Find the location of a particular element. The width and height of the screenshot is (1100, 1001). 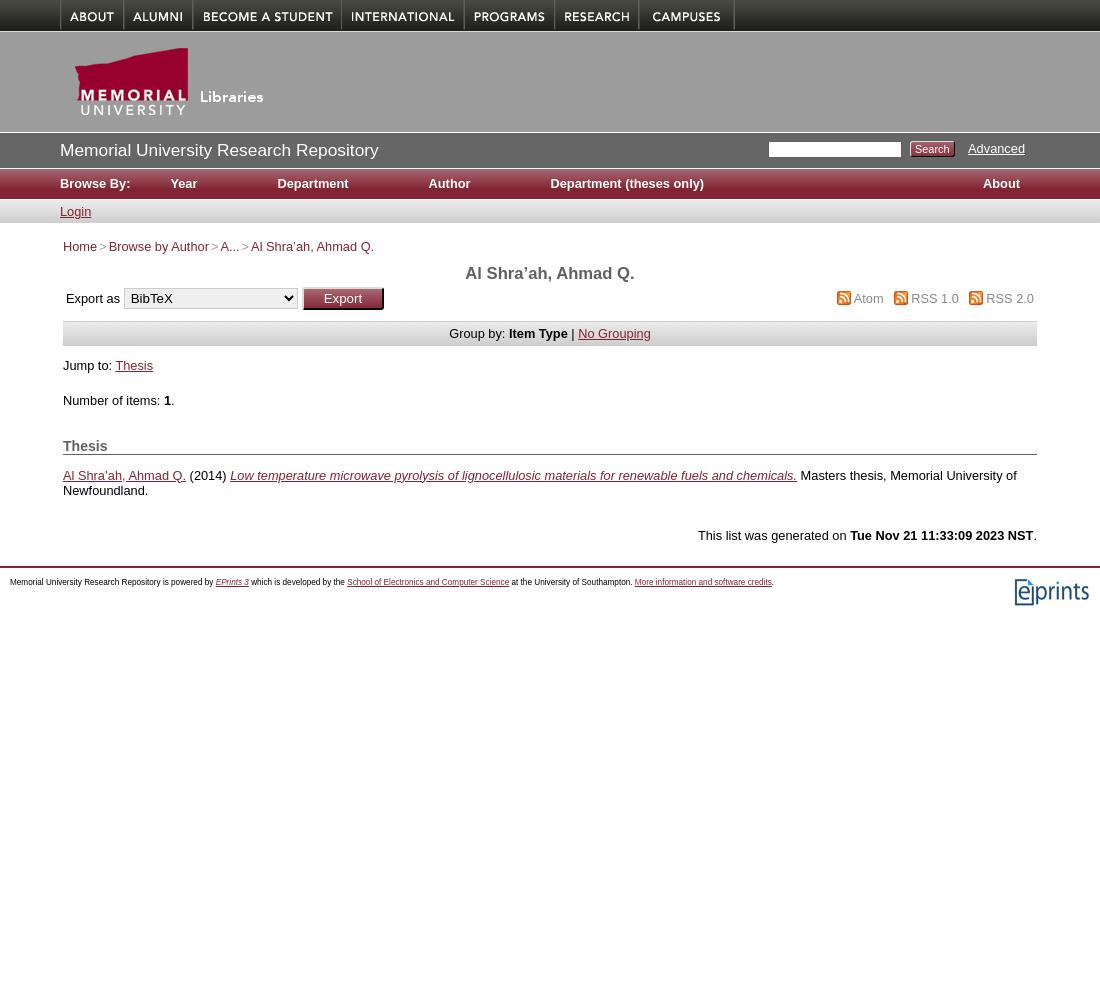

'No Grouping' is located at coordinates (613, 332).